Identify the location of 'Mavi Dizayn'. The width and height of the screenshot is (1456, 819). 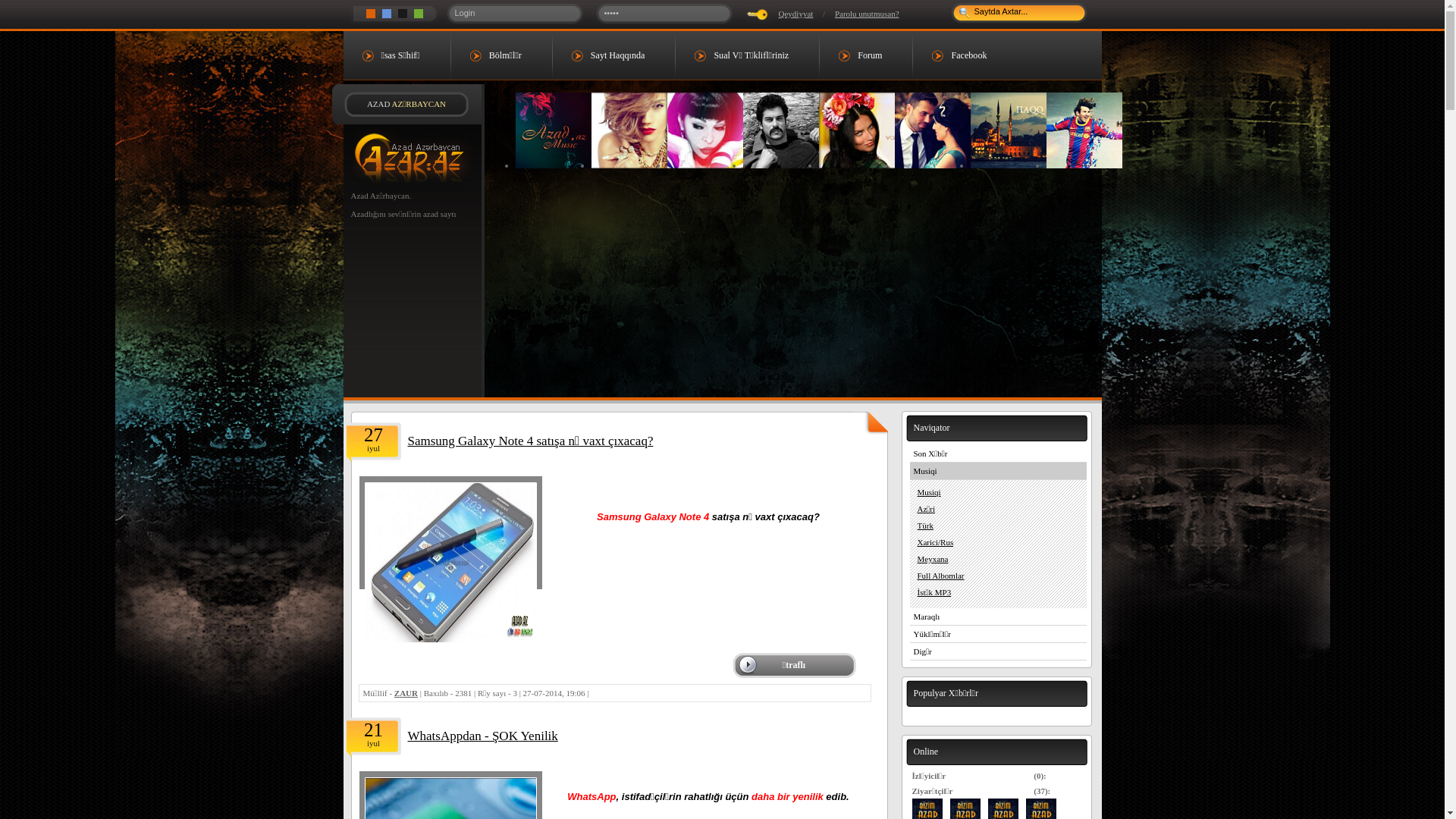
(385, 14).